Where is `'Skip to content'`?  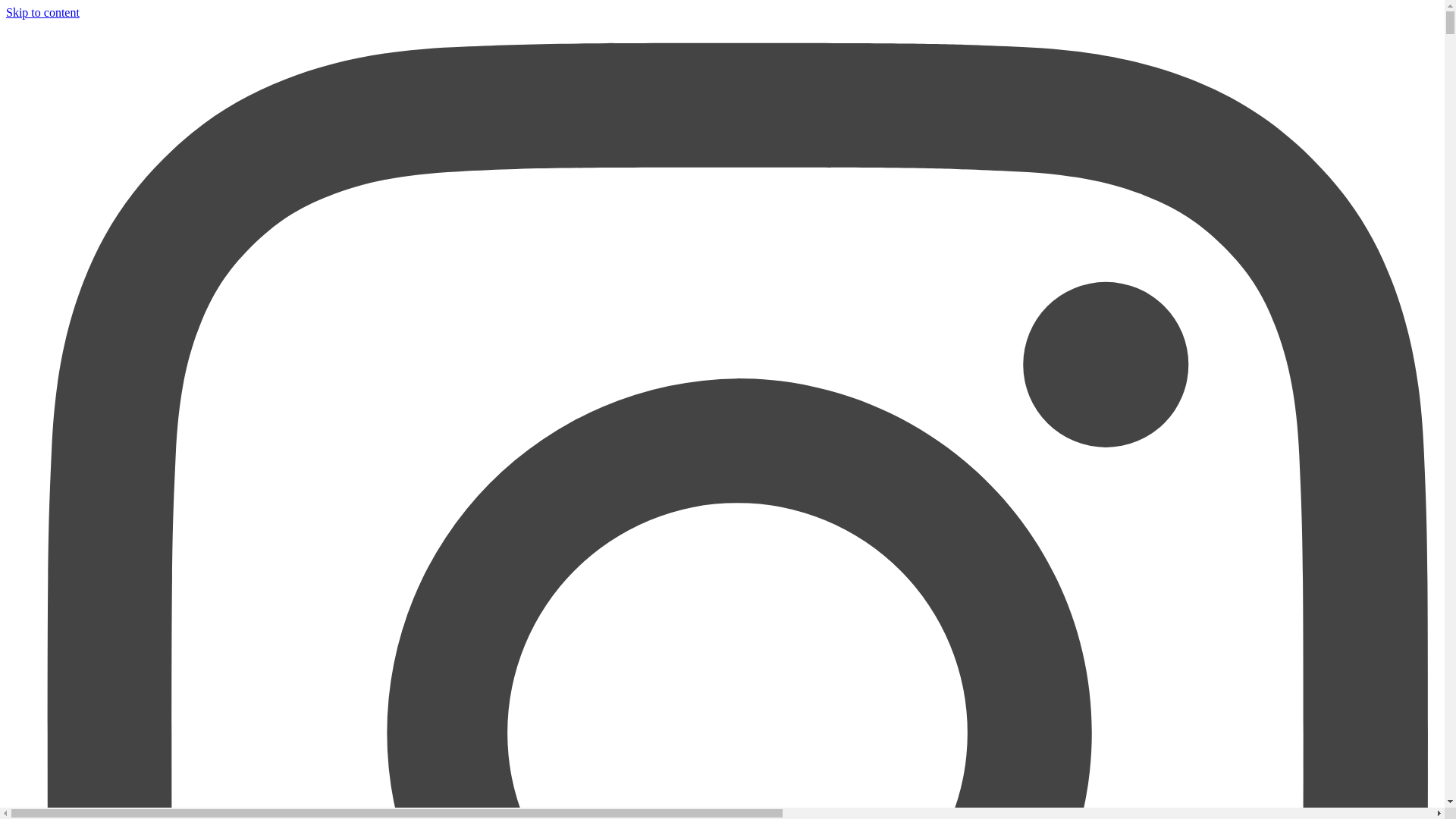
'Skip to content' is located at coordinates (42, 12).